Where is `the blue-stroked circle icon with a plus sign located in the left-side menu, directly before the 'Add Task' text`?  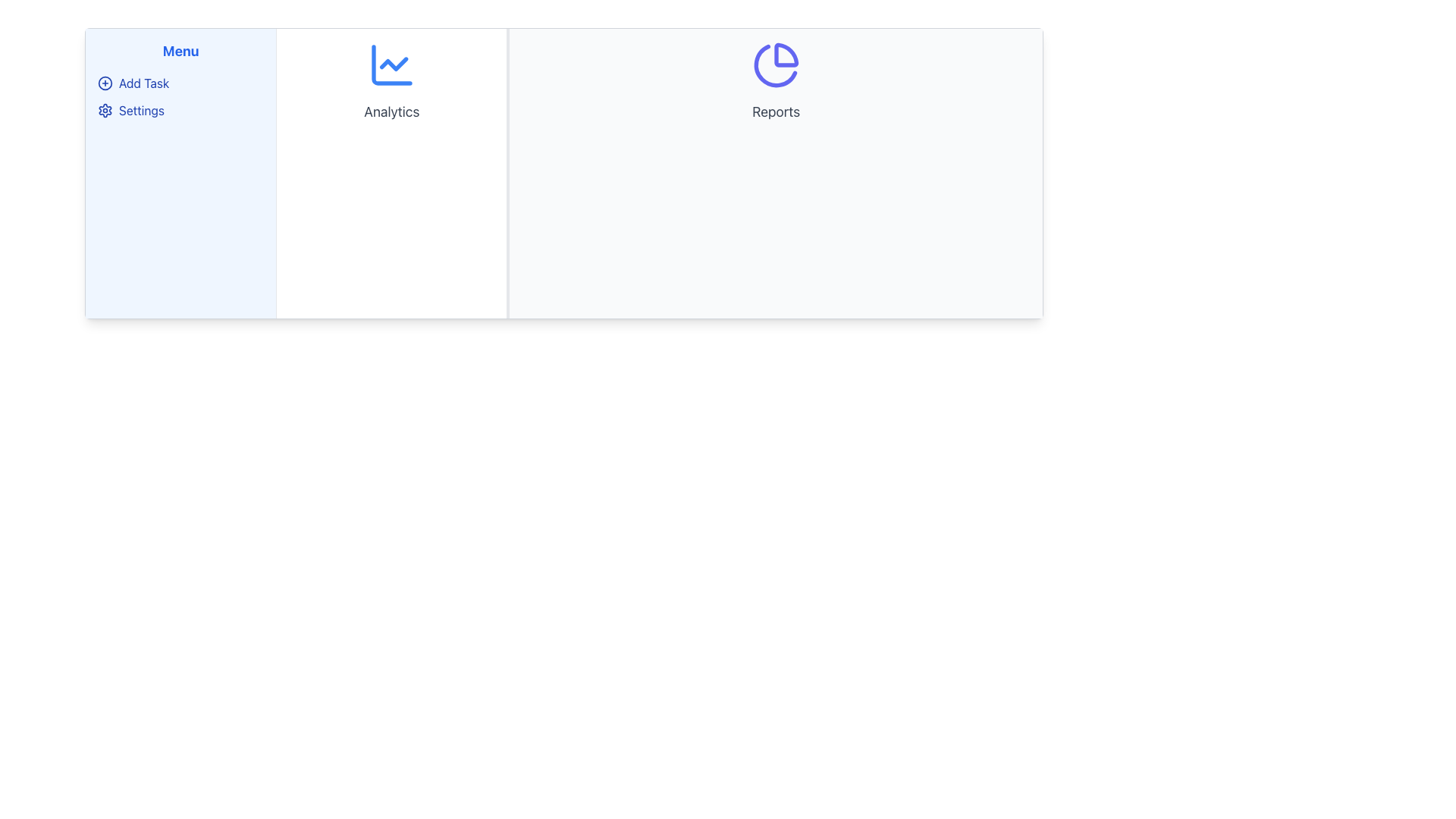
the blue-stroked circle icon with a plus sign located in the left-side menu, directly before the 'Add Task' text is located at coordinates (105, 83).